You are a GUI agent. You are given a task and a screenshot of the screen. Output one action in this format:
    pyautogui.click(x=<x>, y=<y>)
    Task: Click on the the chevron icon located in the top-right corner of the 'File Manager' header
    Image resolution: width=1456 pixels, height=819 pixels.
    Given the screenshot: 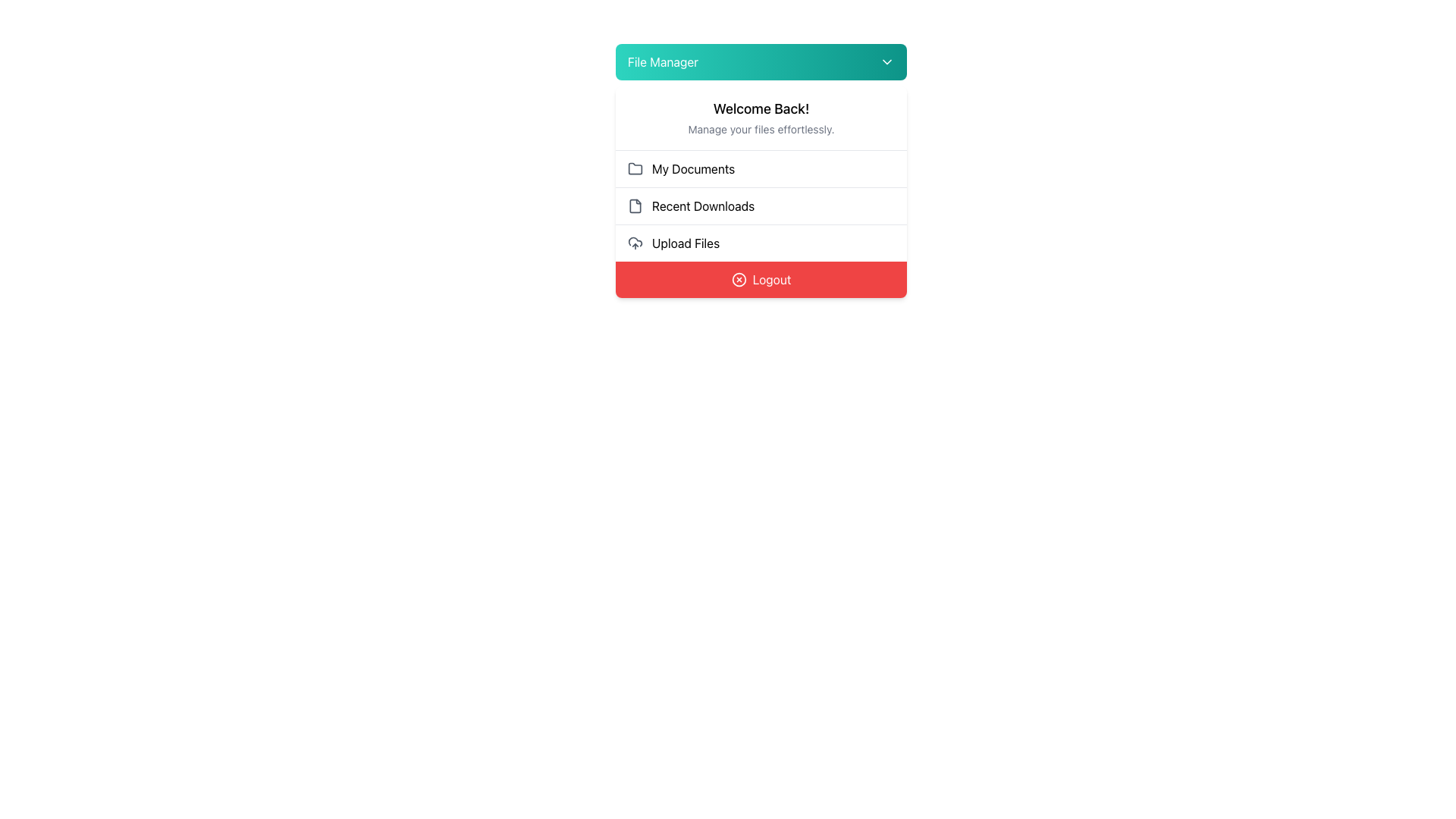 What is the action you would take?
    pyautogui.click(x=887, y=61)
    